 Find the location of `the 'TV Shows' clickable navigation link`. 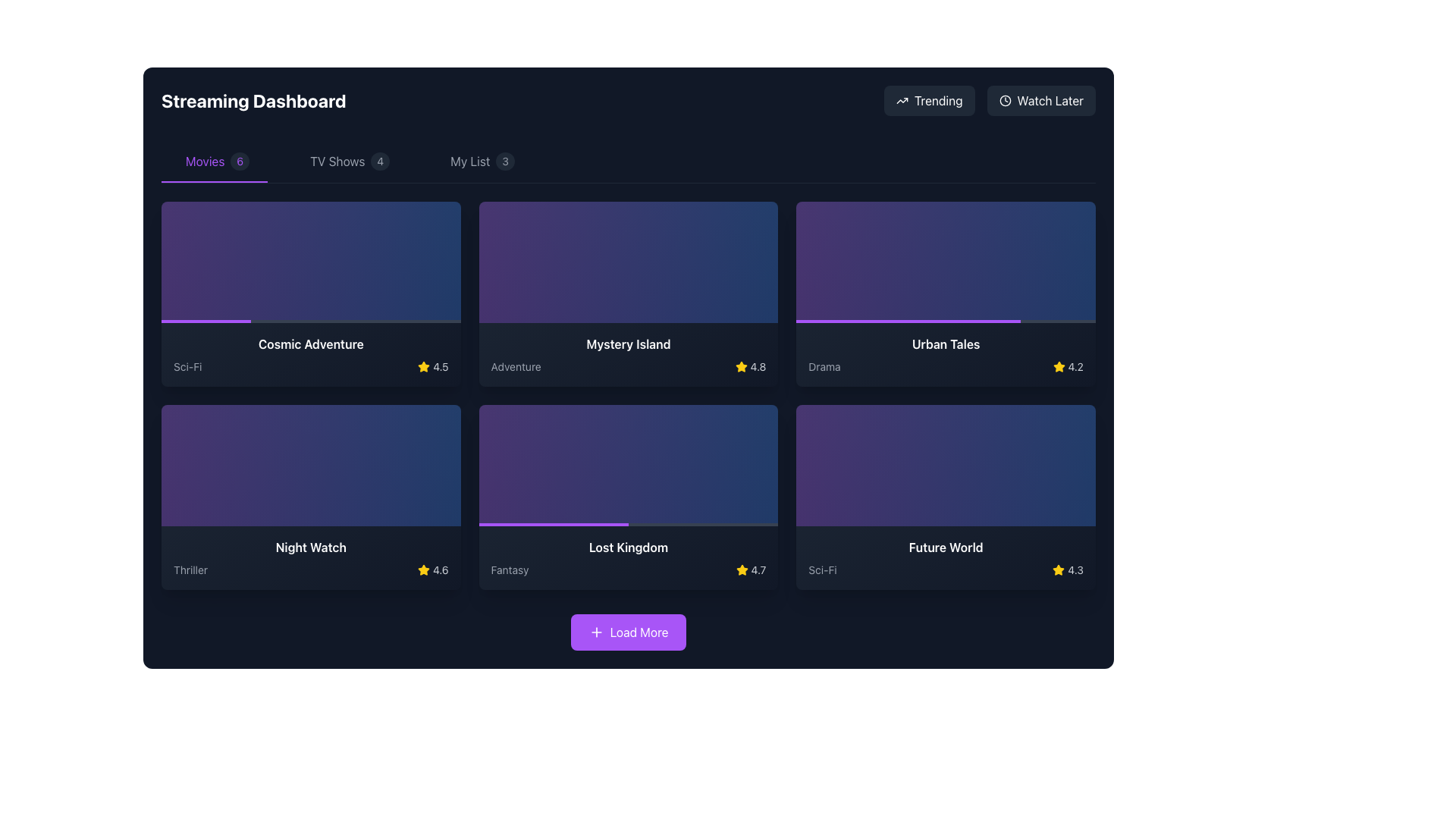

the 'TV Shows' clickable navigation link is located at coordinates (349, 161).